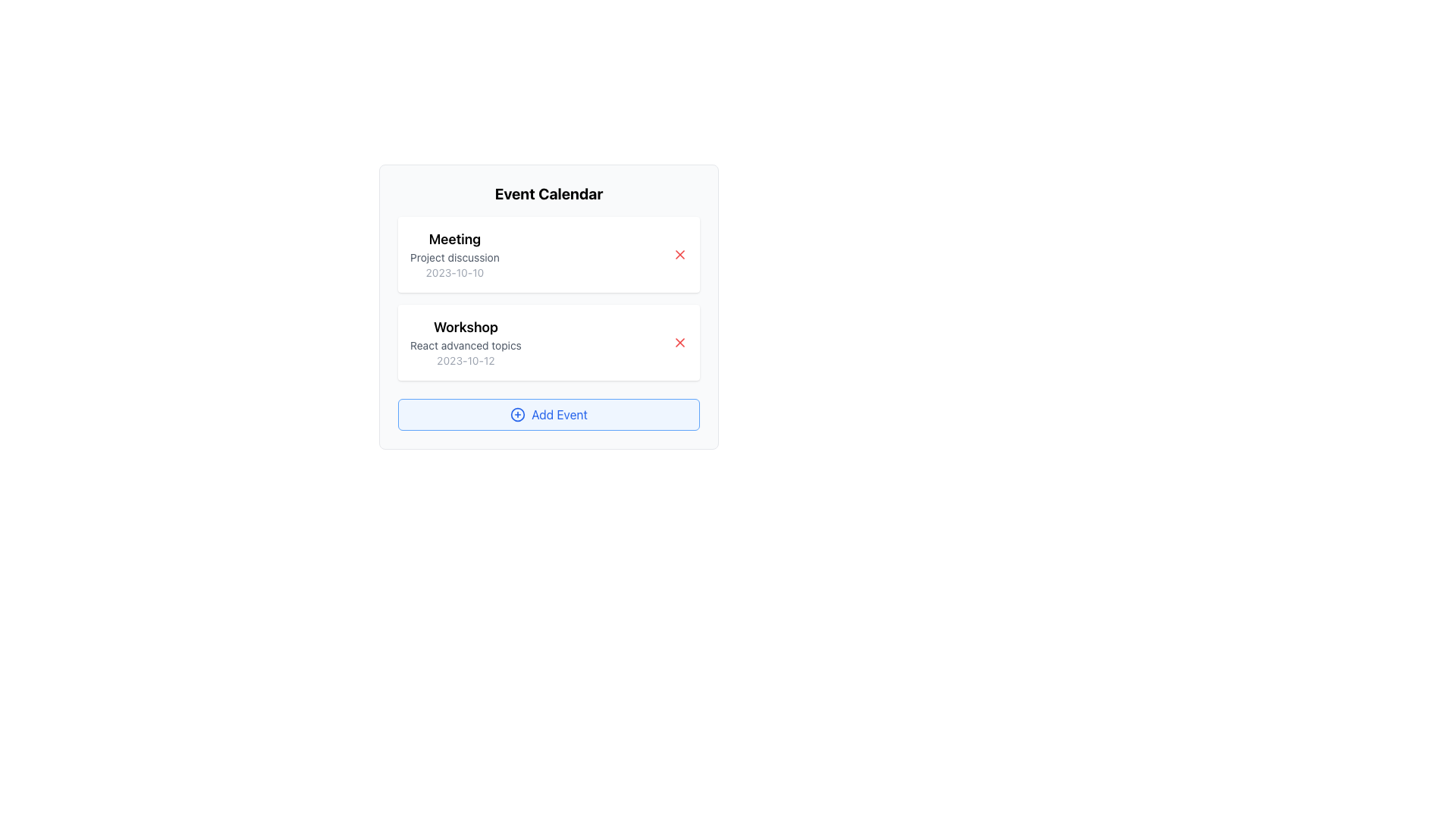 The height and width of the screenshot is (819, 1456). What do you see at coordinates (454, 271) in the screenshot?
I see `the small gray text label displaying the date '2023-10-10', which is positioned under the 'Project discussion' line in the vertical stack of elements under the title 'Meeting'` at bounding box center [454, 271].